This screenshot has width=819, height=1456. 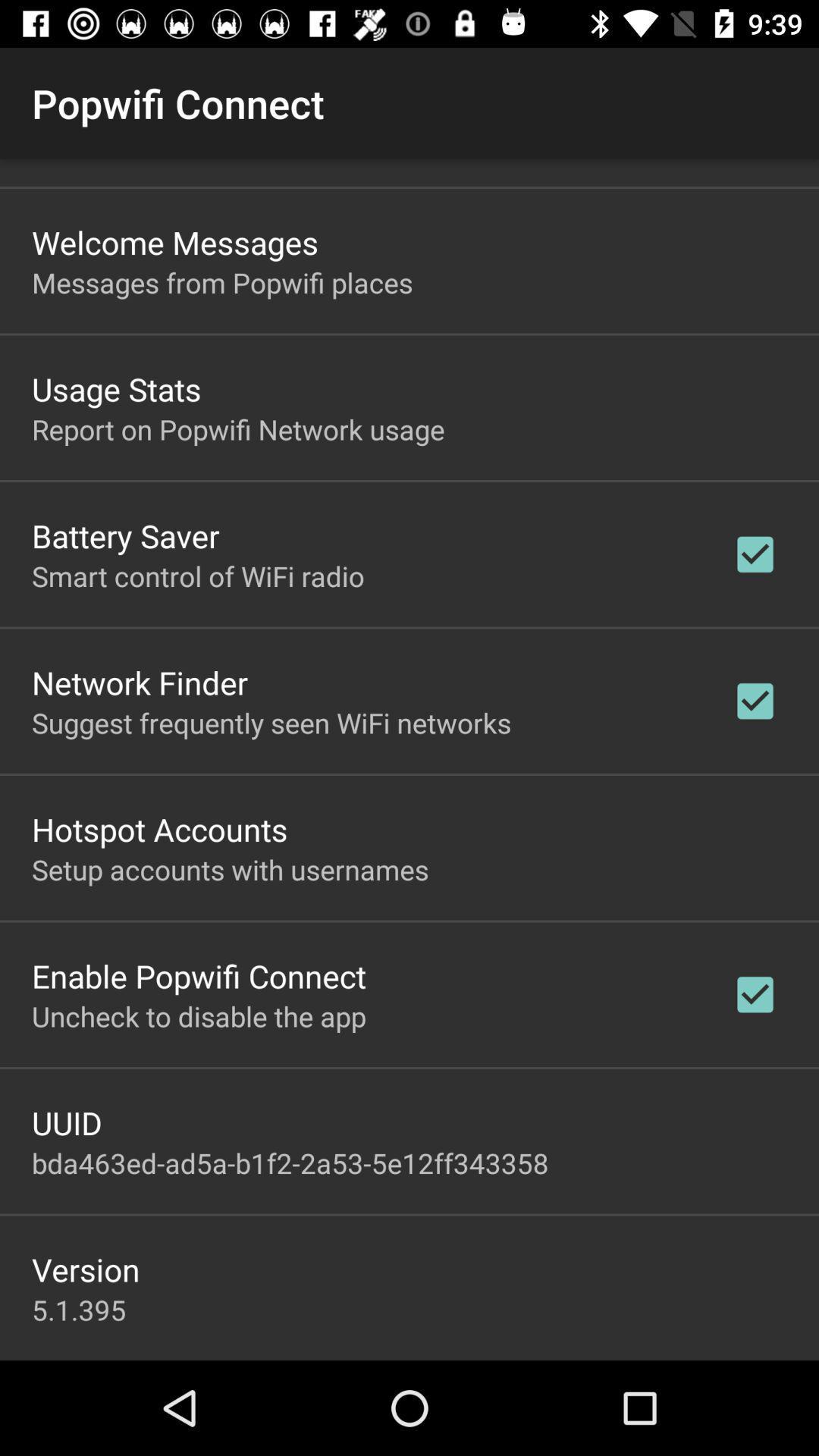 I want to click on the smart control of app, so click(x=197, y=575).